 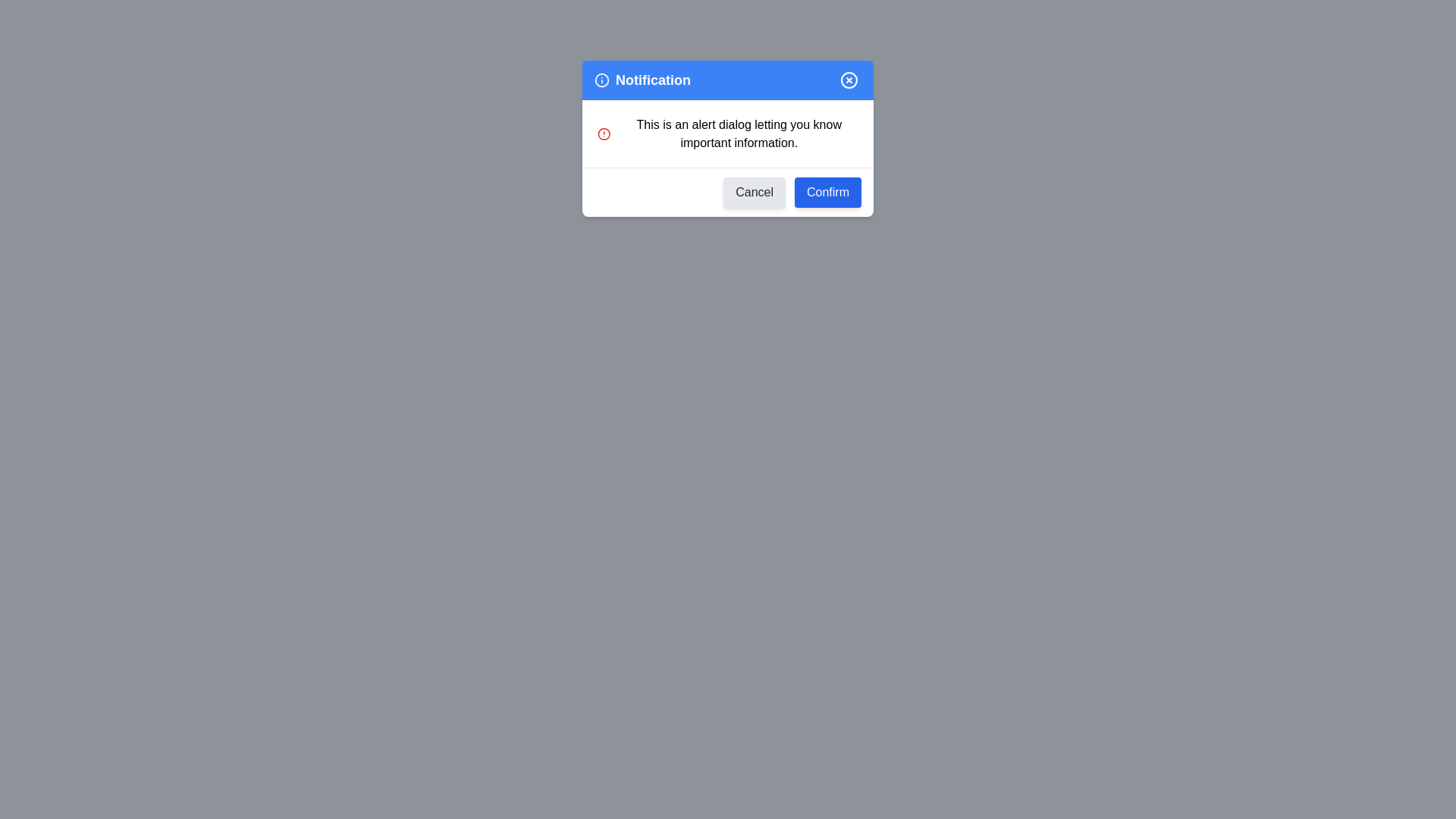 I want to click on the text area displaying the alert message 'This is an alert dialog letting you know important information.' which is centrally located below the 'Notification' header and above the 'Cancel' and 'Confirm' buttons, so click(x=728, y=133).